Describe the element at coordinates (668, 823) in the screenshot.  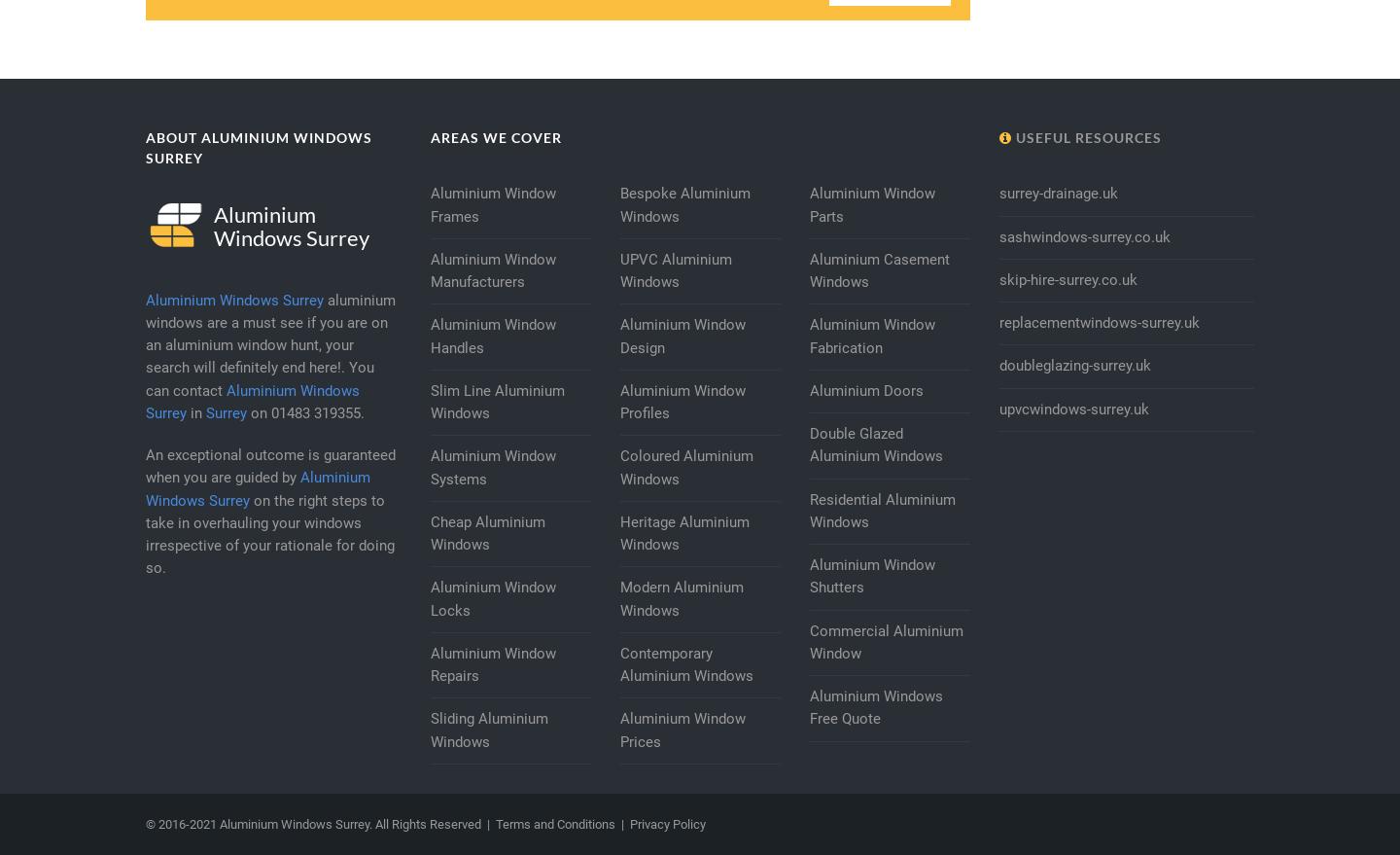
I see `'Privacy Policy'` at that location.